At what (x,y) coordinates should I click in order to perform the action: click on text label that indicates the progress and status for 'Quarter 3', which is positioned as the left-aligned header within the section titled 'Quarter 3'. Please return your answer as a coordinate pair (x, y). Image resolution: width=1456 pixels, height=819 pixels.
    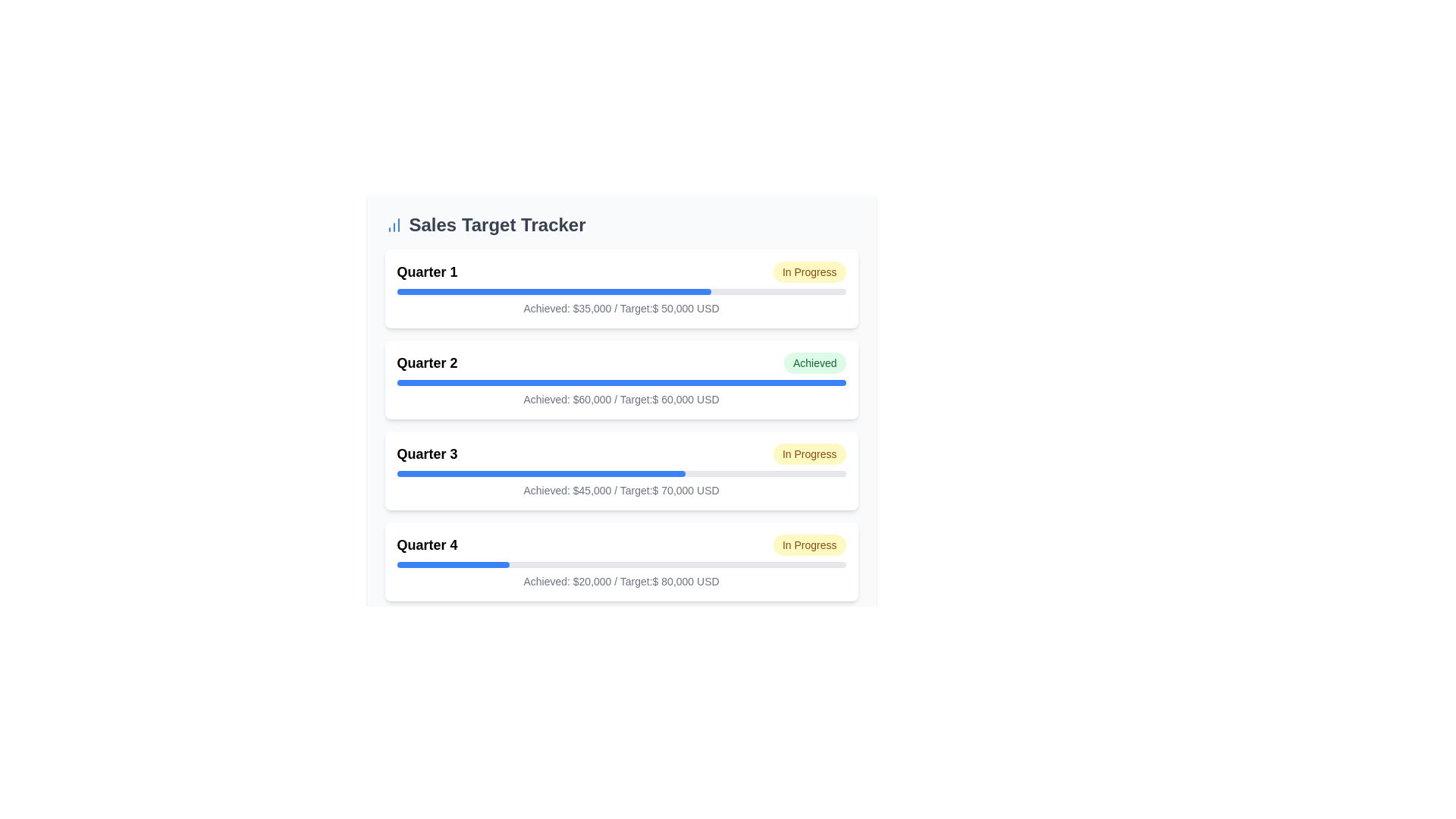
    Looking at the image, I should click on (426, 453).